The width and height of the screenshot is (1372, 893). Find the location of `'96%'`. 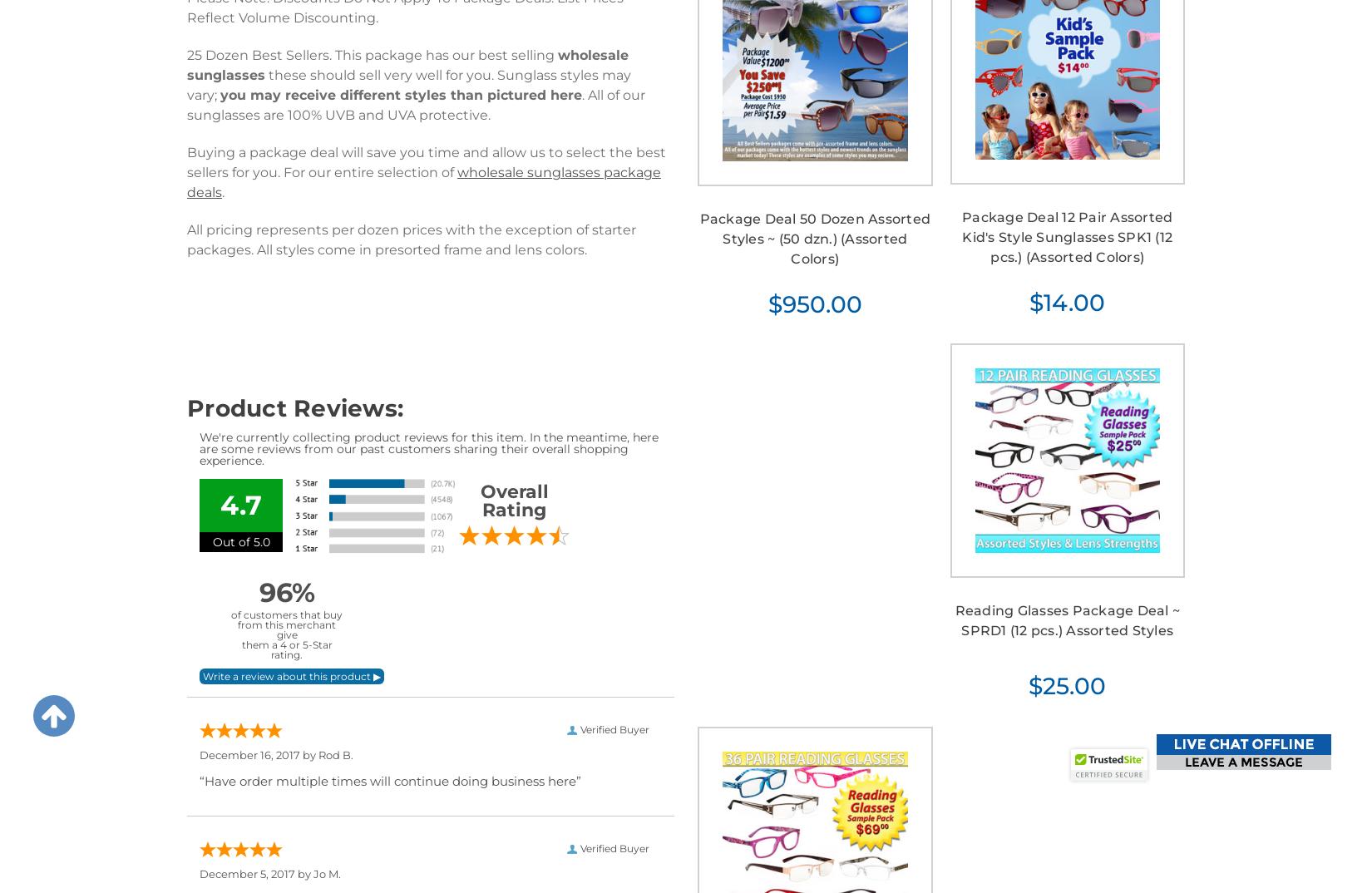

'96%' is located at coordinates (259, 592).